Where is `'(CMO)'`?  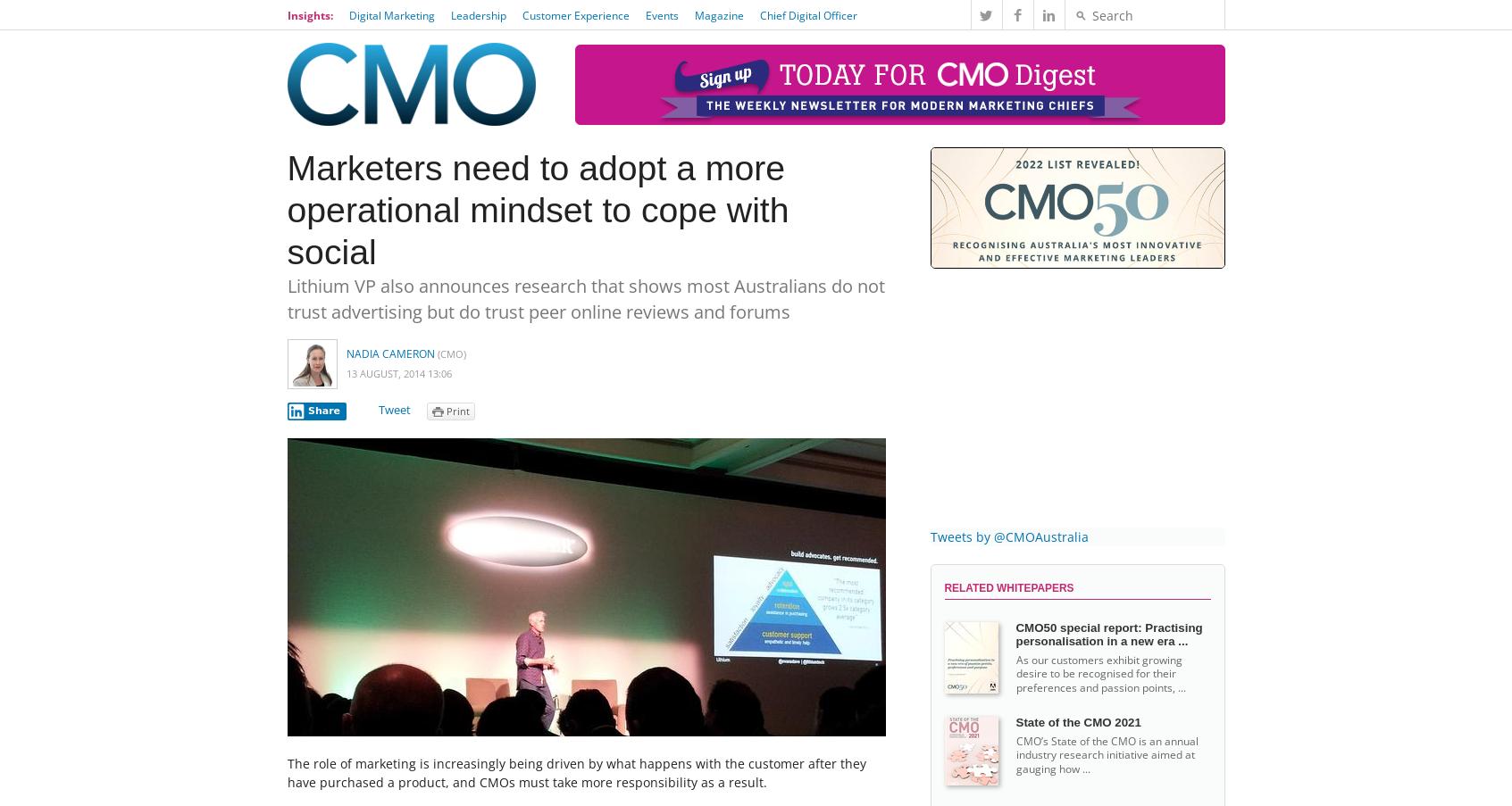 '(CMO)' is located at coordinates (449, 352).